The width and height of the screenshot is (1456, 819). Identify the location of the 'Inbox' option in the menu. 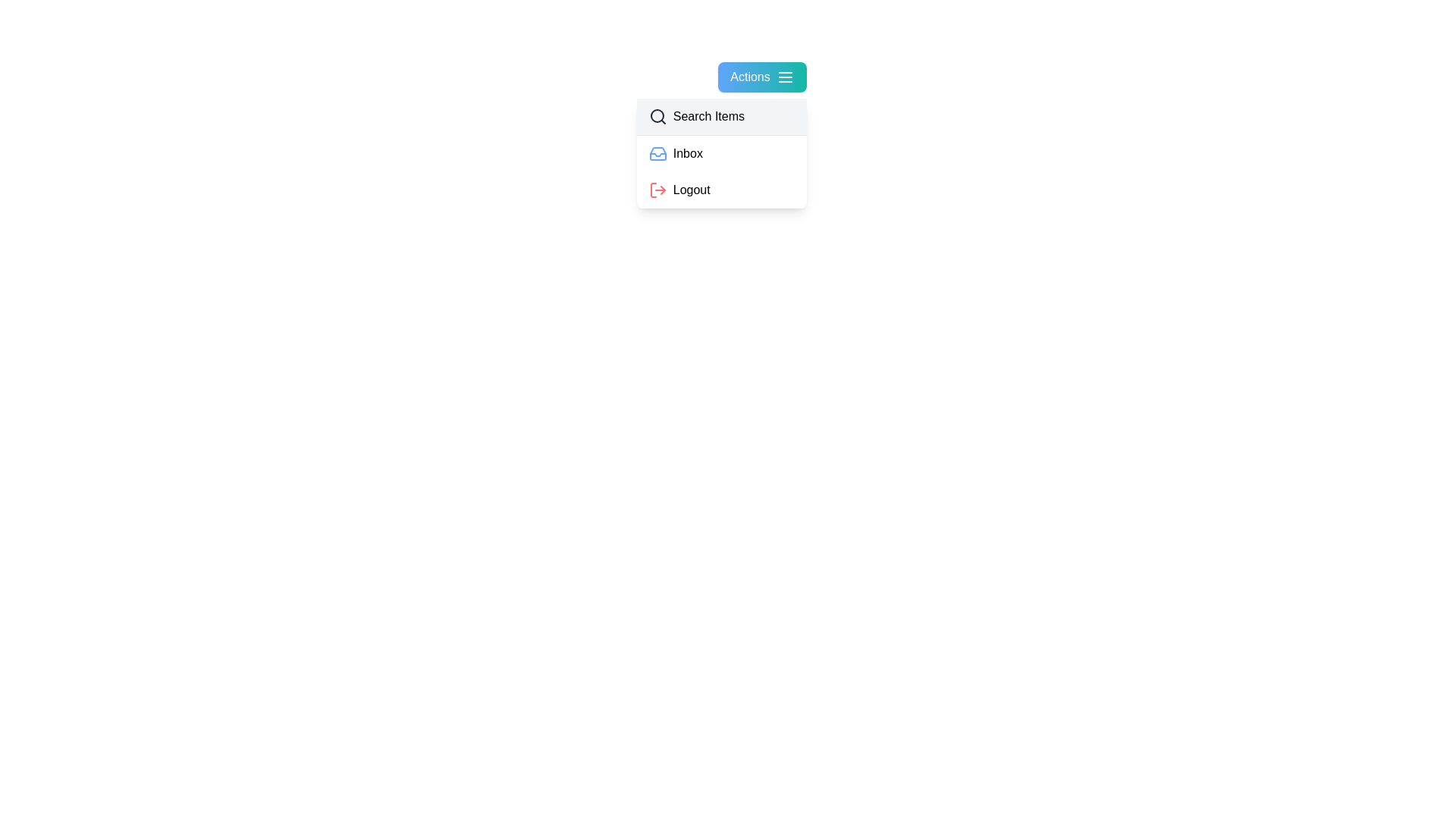
(720, 154).